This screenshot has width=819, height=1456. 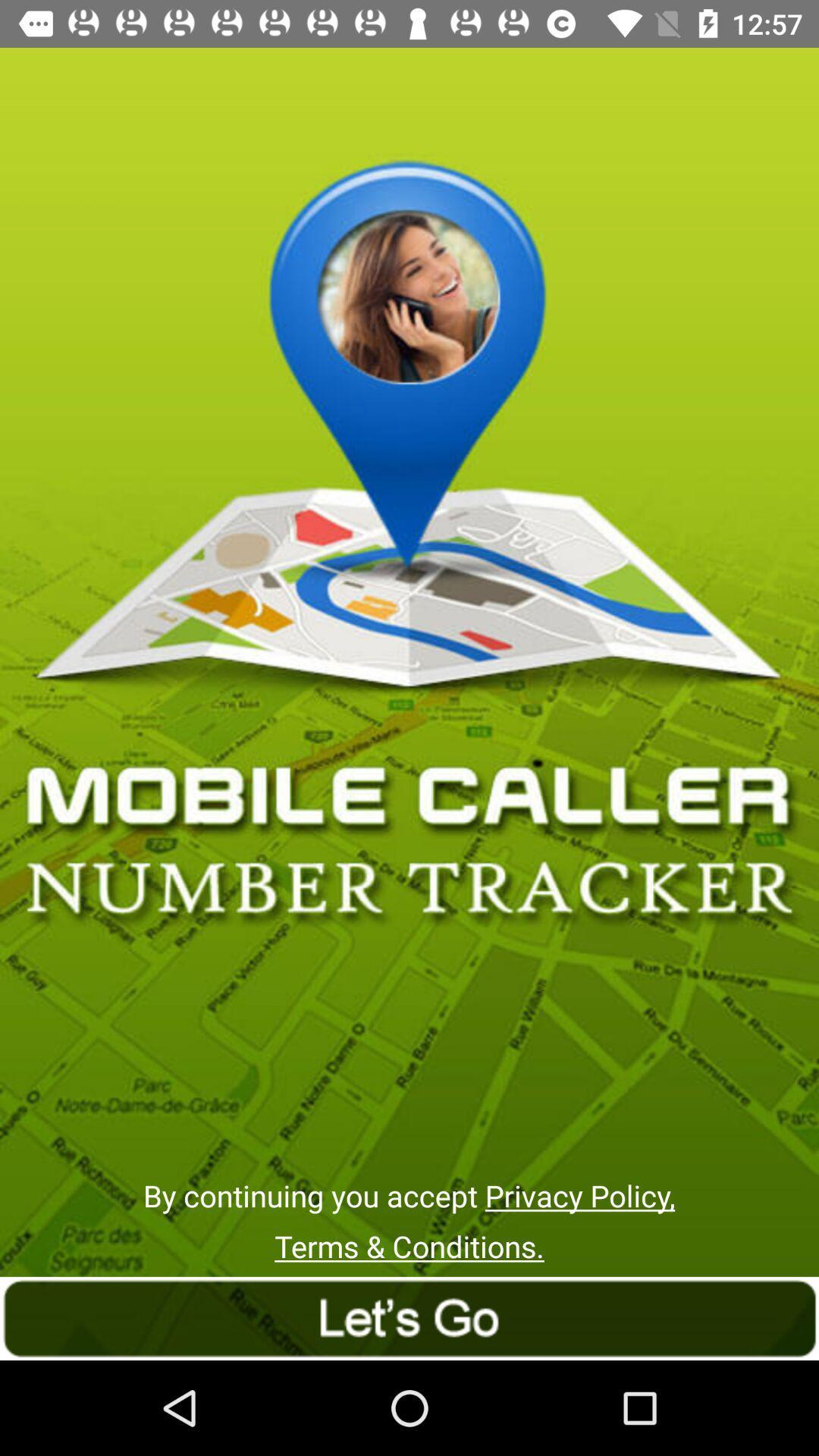 What do you see at coordinates (409, 1246) in the screenshot?
I see `the terms & conditions. icon` at bounding box center [409, 1246].